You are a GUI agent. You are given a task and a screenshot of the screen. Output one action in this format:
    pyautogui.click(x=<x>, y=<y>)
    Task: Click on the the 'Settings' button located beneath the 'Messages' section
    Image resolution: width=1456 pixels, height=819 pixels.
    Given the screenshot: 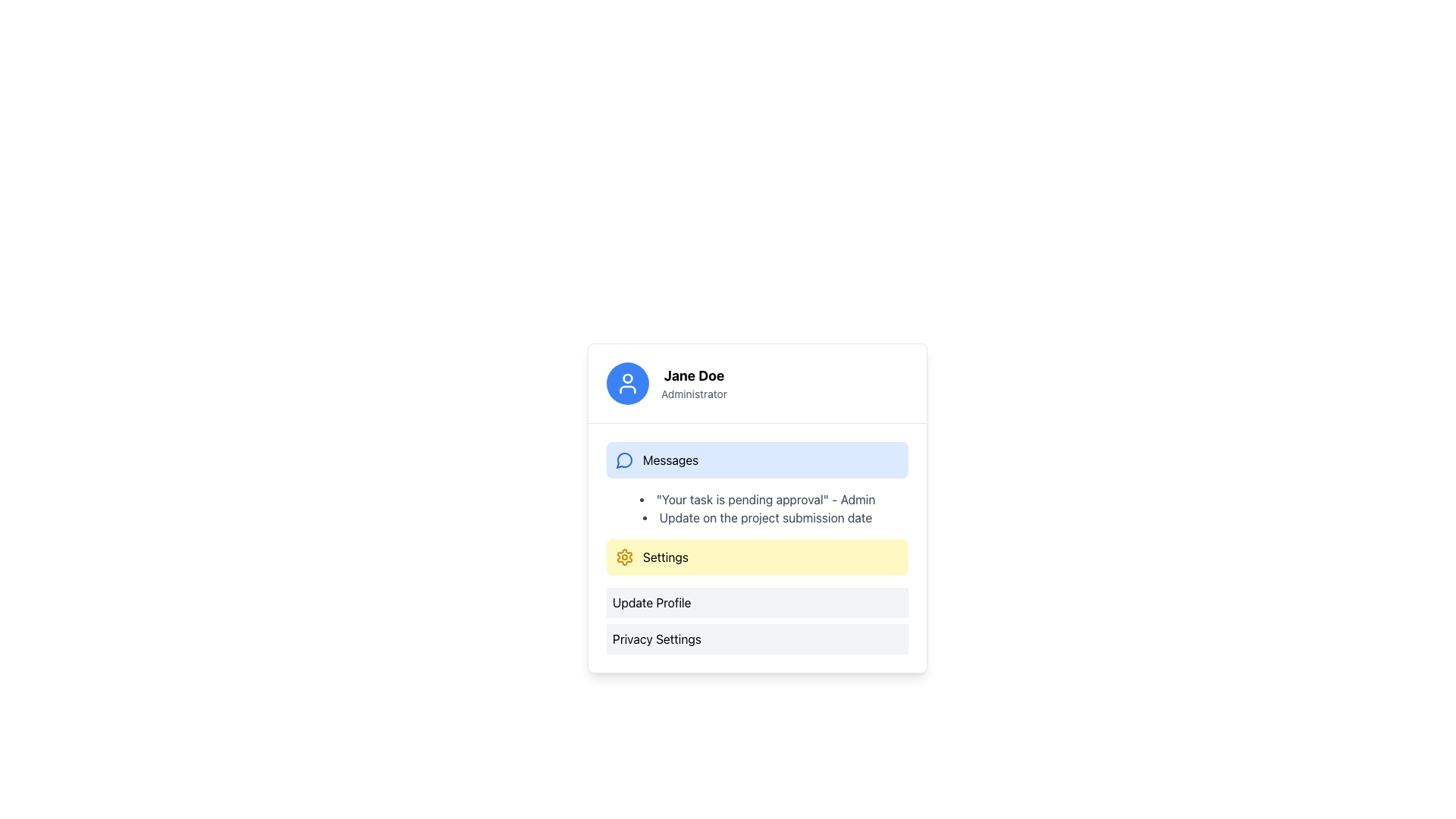 What is the action you would take?
    pyautogui.click(x=757, y=547)
    